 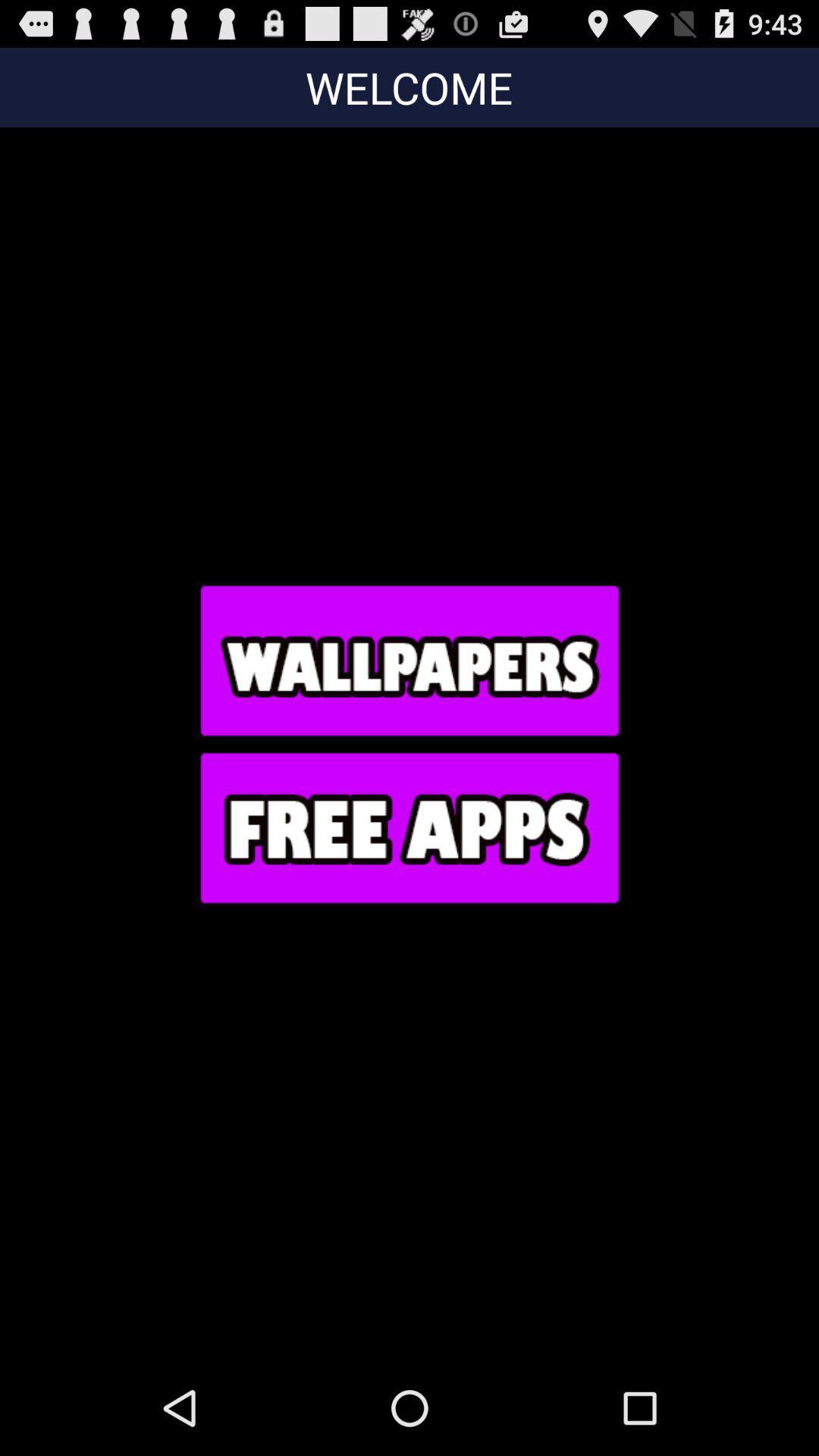 What do you see at coordinates (408, 827) in the screenshot?
I see `go do free apps` at bounding box center [408, 827].